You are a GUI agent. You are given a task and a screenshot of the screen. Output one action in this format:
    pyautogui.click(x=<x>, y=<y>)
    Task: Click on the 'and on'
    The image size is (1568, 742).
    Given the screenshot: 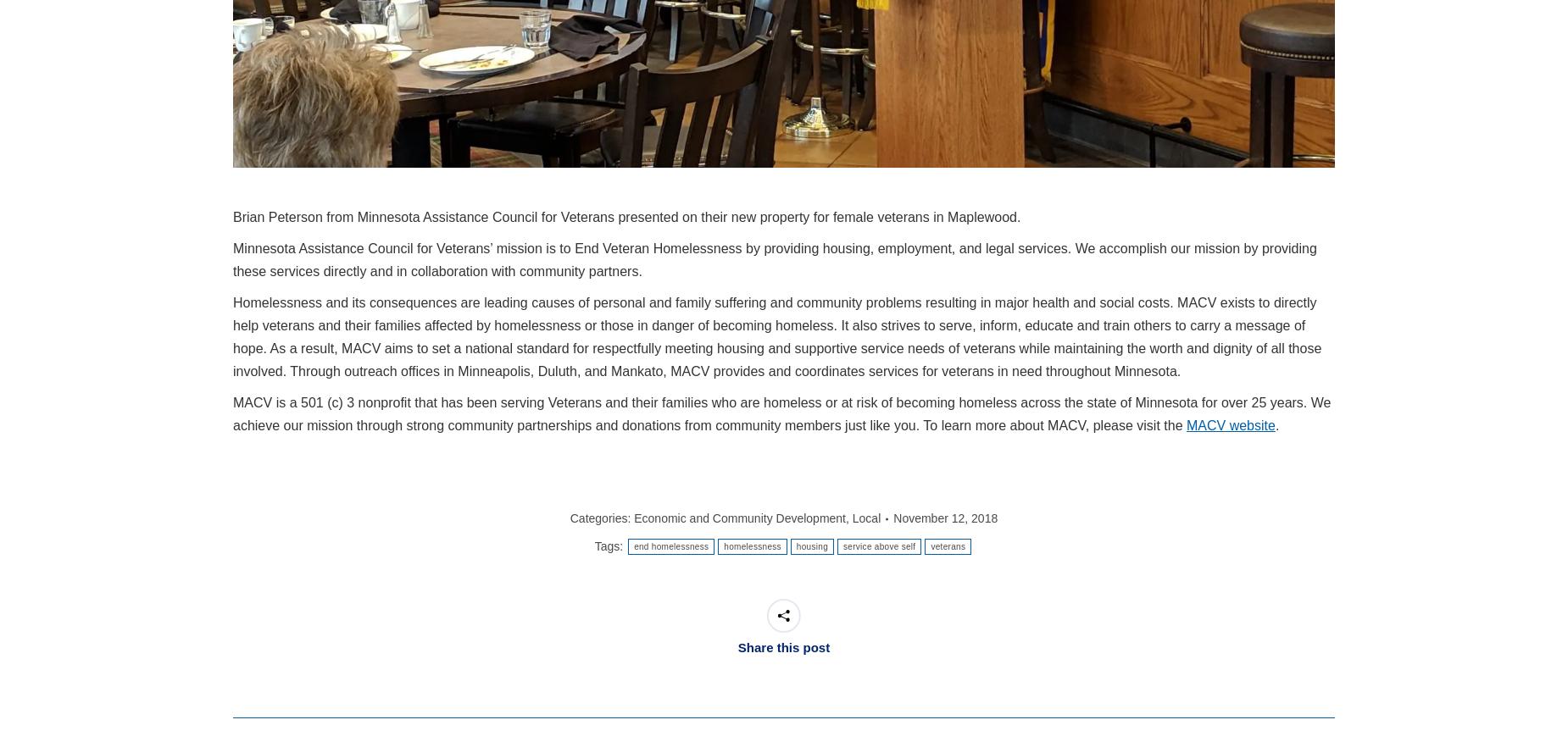 What is the action you would take?
    pyautogui.click(x=1154, y=662)
    